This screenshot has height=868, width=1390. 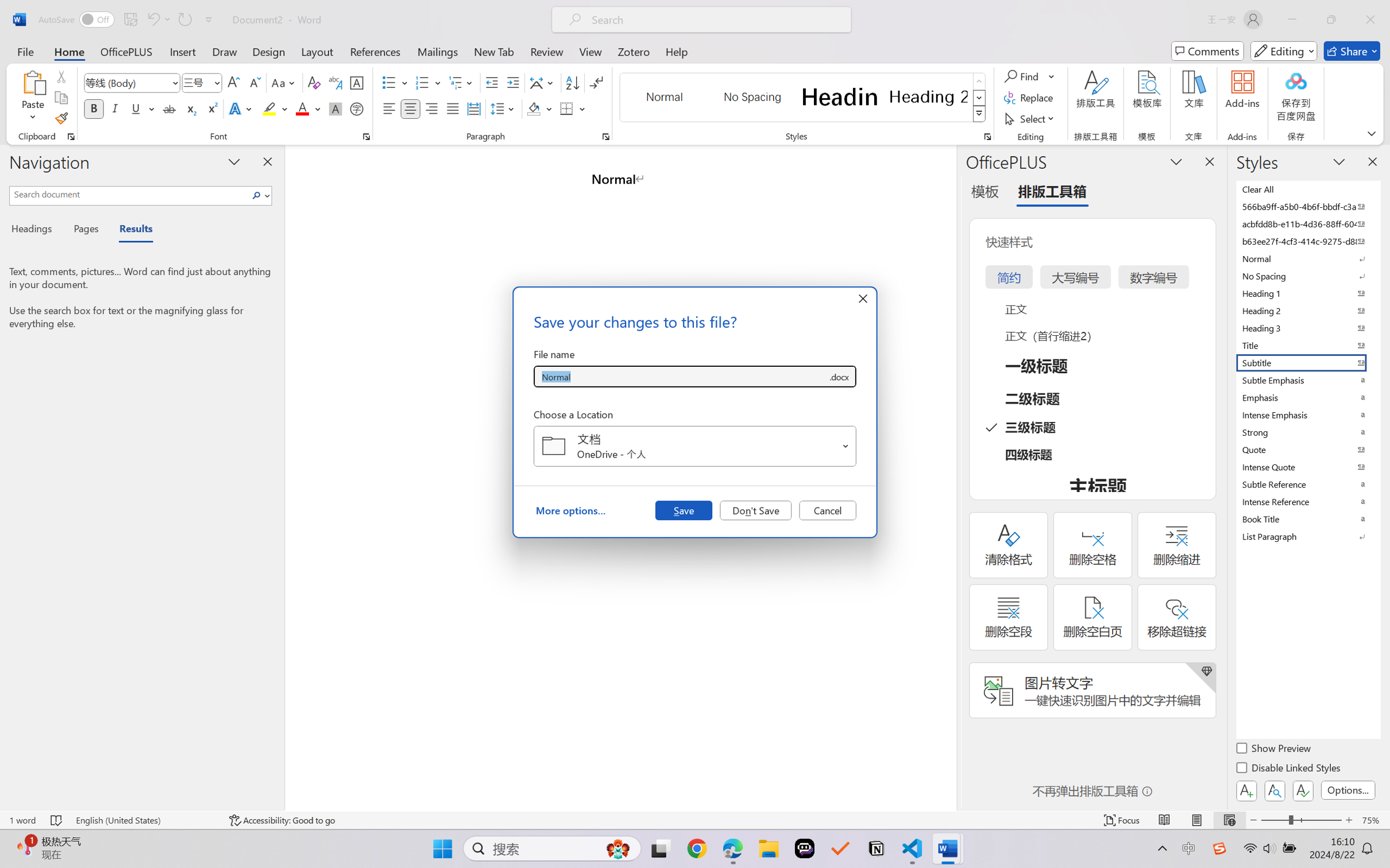 What do you see at coordinates (366, 136) in the screenshot?
I see `'Font...'` at bounding box center [366, 136].